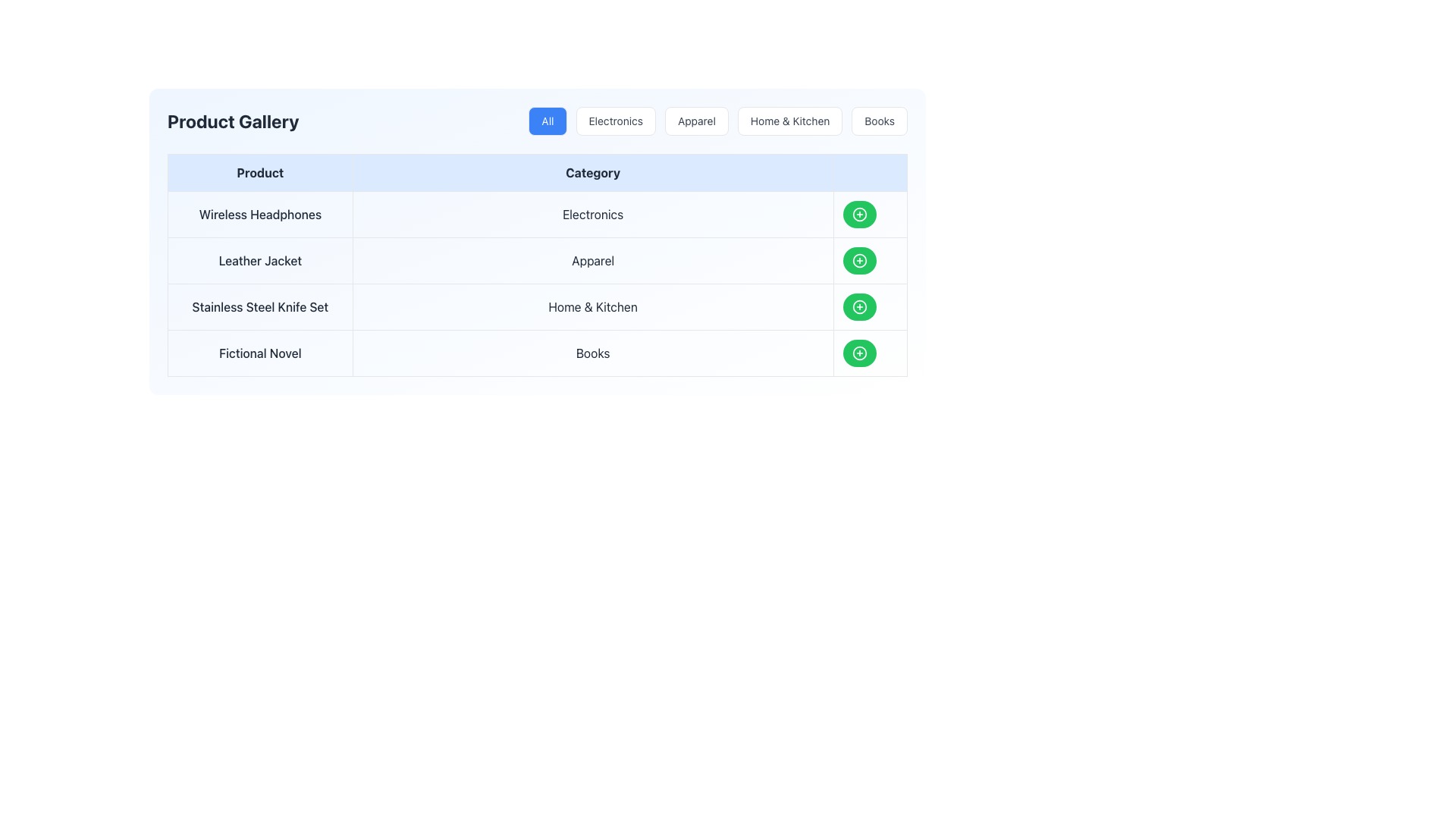 The height and width of the screenshot is (819, 1456). What do you see at coordinates (859, 353) in the screenshot?
I see `the SVG circle element that is part of the 'plus-circle' icon located in the rightmost column of the last row of a tabular structure` at bounding box center [859, 353].